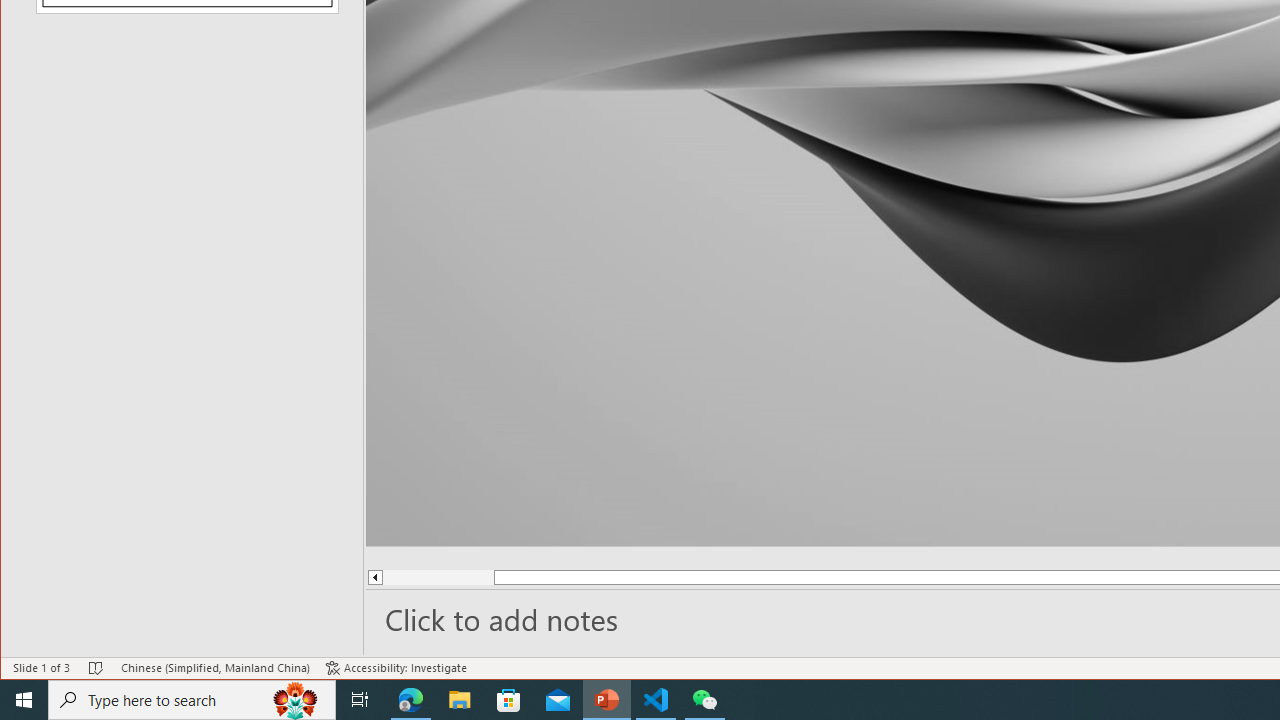  Describe the element at coordinates (606, 698) in the screenshot. I see `'PowerPoint - 1 running window'` at that location.